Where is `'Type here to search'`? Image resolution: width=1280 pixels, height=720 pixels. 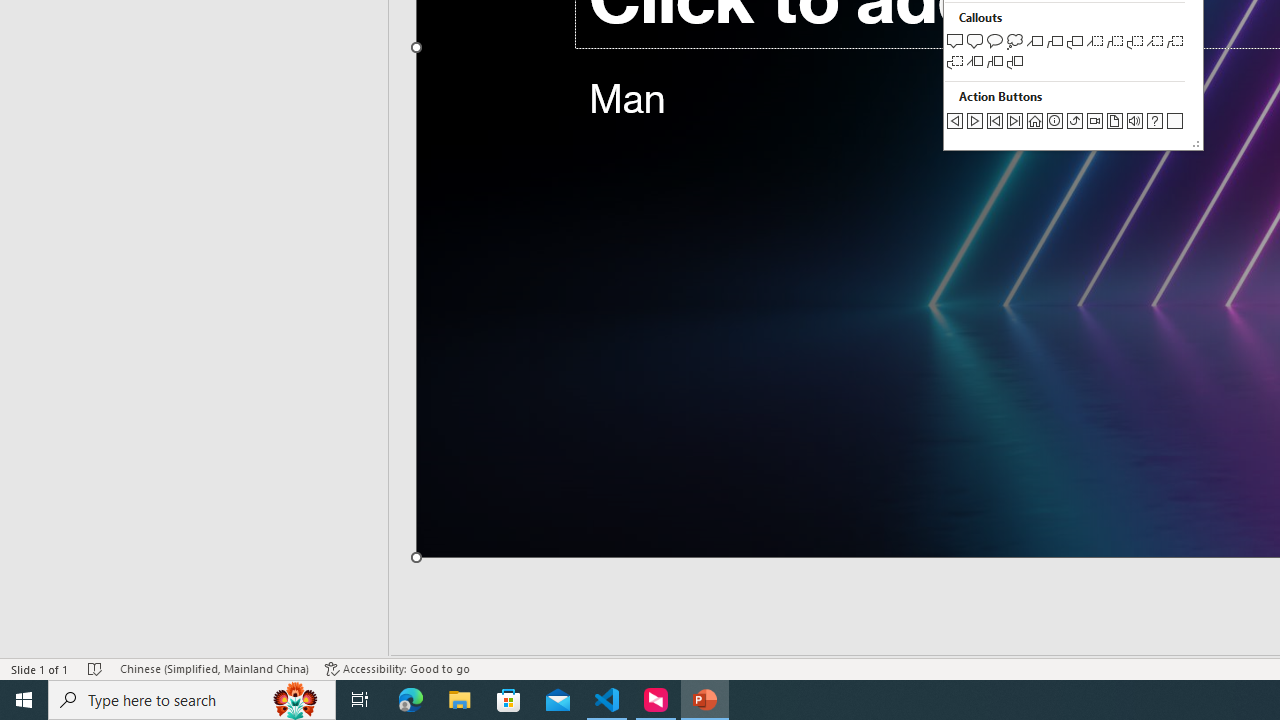
'Type here to search' is located at coordinates (192, 698).